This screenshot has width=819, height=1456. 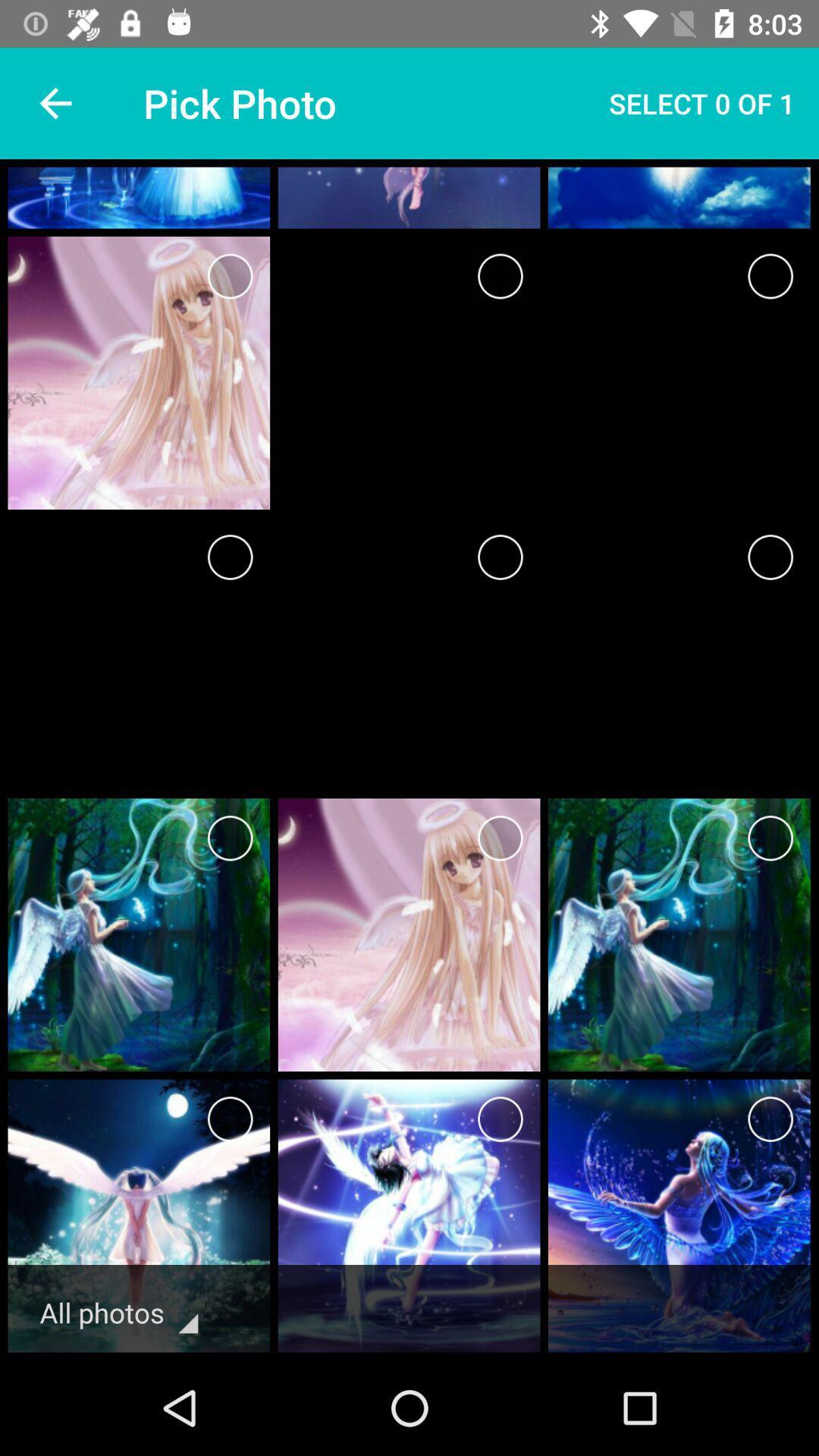 What do you see at coordinates (230, 276) in the screenshot?
I see `option` at bounding box center [230, 276].